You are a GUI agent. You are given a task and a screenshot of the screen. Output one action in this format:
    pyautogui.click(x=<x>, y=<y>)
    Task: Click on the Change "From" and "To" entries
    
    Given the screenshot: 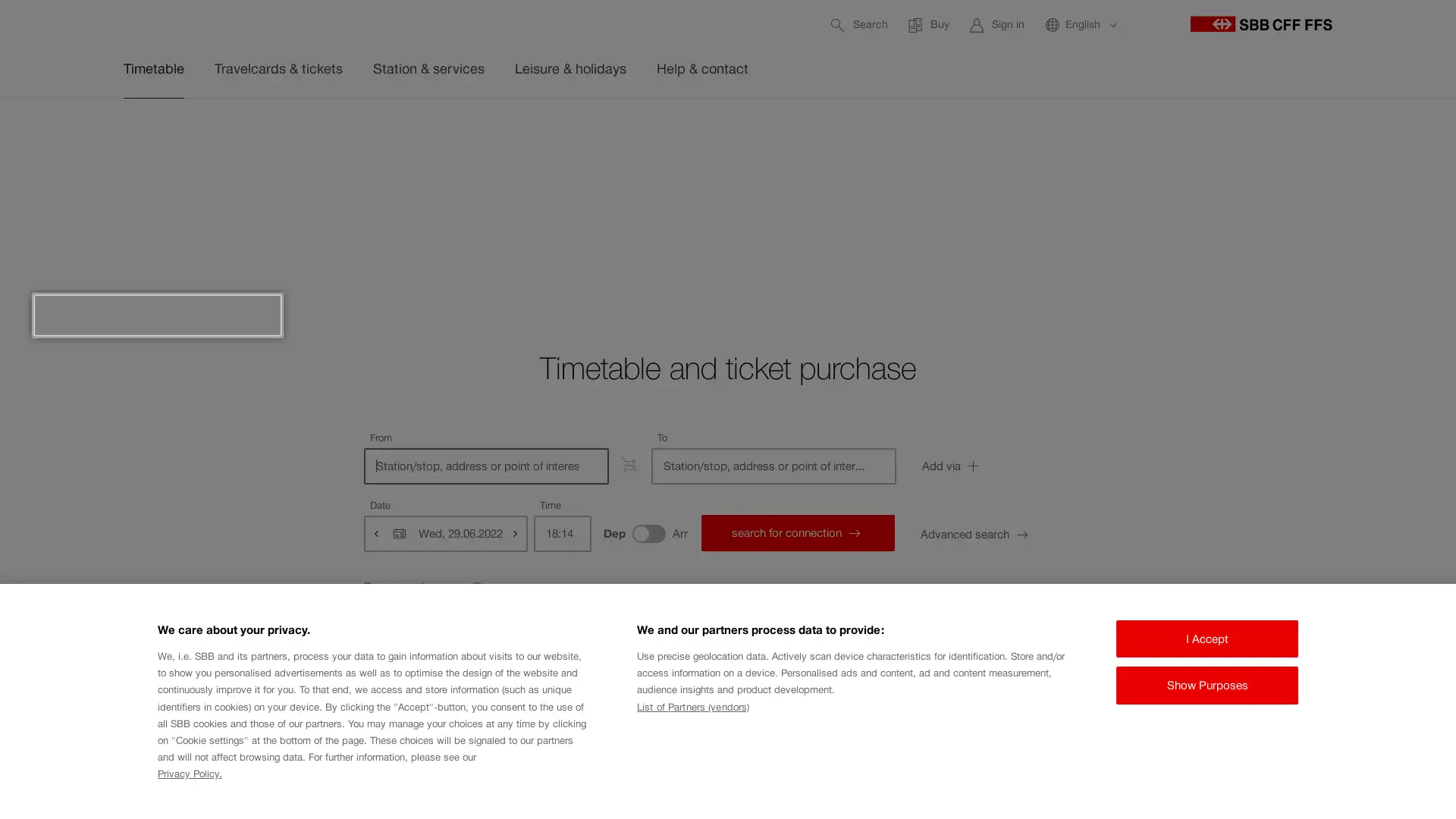 What is the action you would take?
    pyautogui.click(x=629, y=464)
    